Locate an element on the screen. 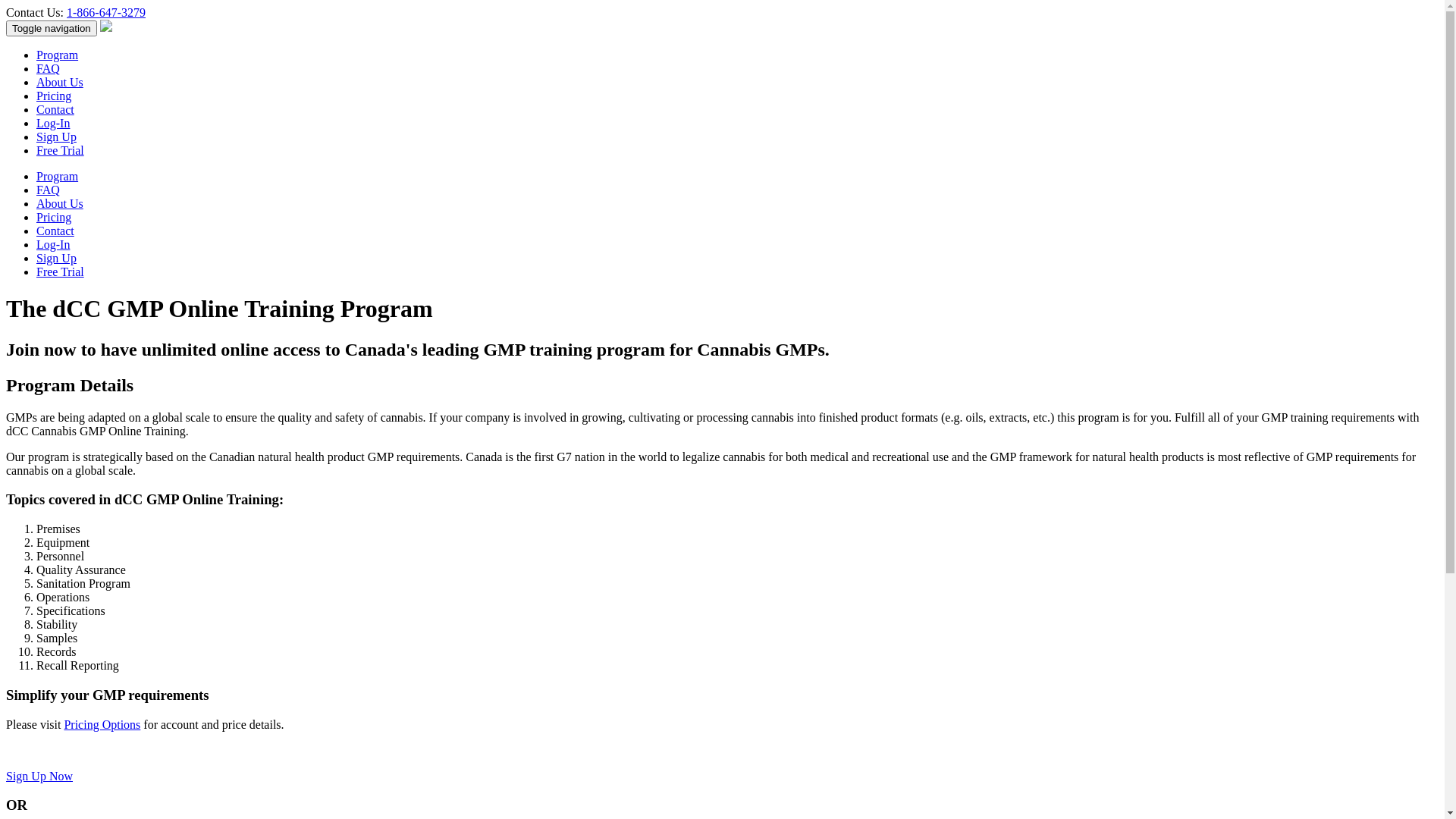  'Sign Up' is located at coordinates (56, 136).